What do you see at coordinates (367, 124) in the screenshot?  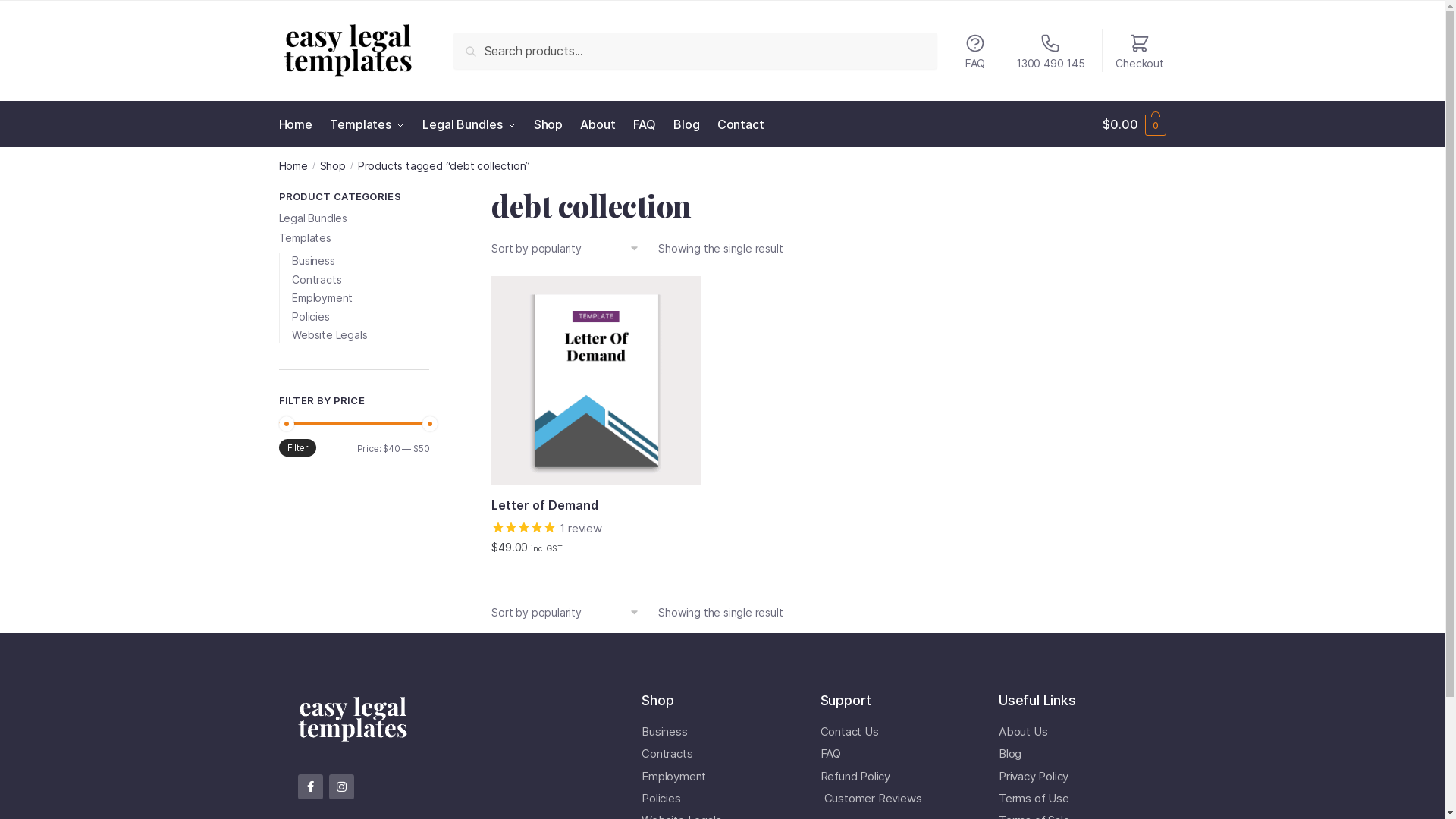 I see `'Templates'` at bounding box center [367, 124].